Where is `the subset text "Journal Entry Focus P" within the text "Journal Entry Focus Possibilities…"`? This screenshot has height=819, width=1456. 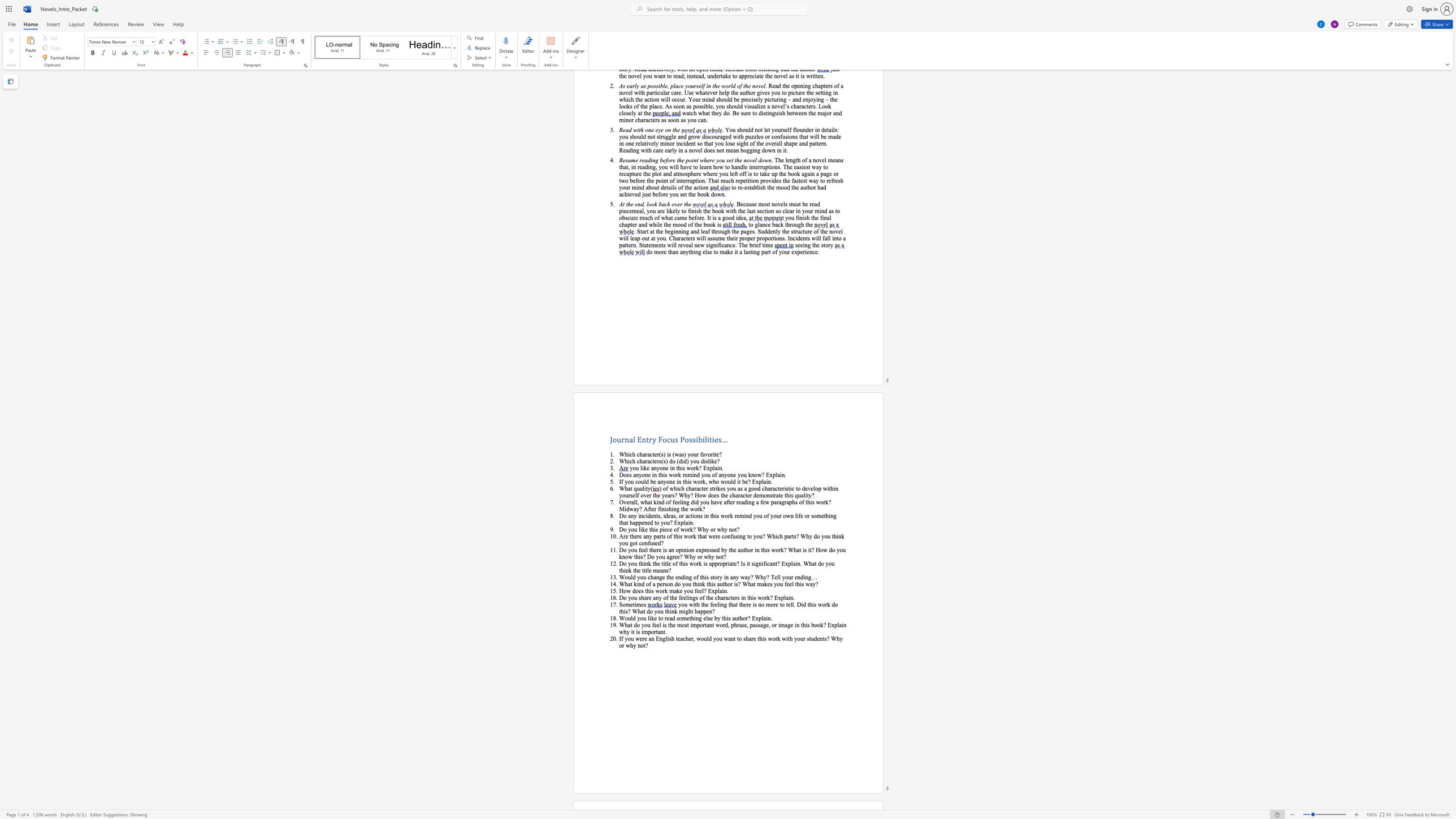
the subset text "Journal Entry Focus P" within the text "Journal Entry Focus Possibilities…" is located at coordinates (610, 439).